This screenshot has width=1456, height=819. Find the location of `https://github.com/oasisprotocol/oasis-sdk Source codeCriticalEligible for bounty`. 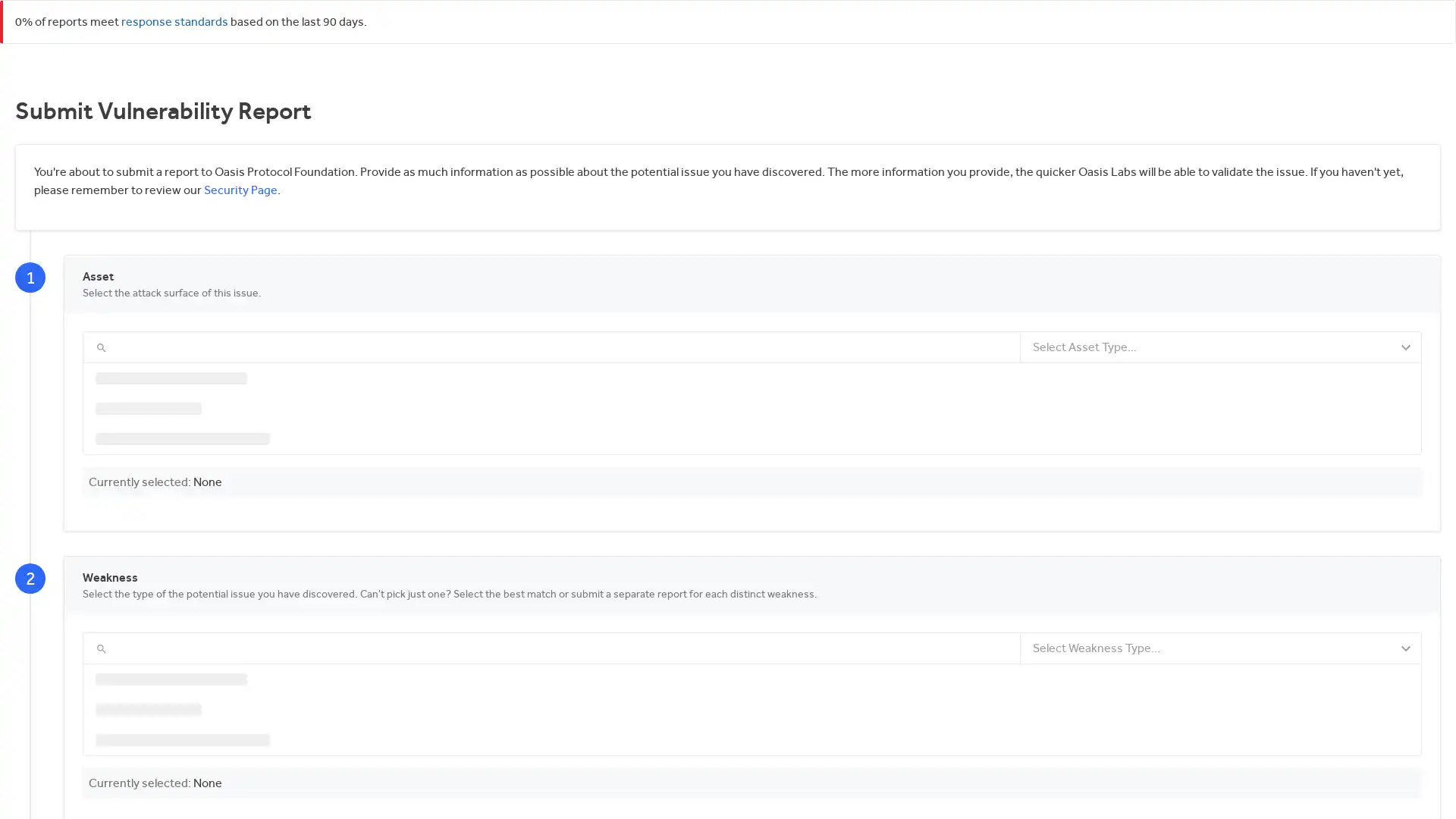

https://github.com/oasisprotocol/oasis-sdk Source codeCriticalEligible for bounty is located at coordinates (752, 554).